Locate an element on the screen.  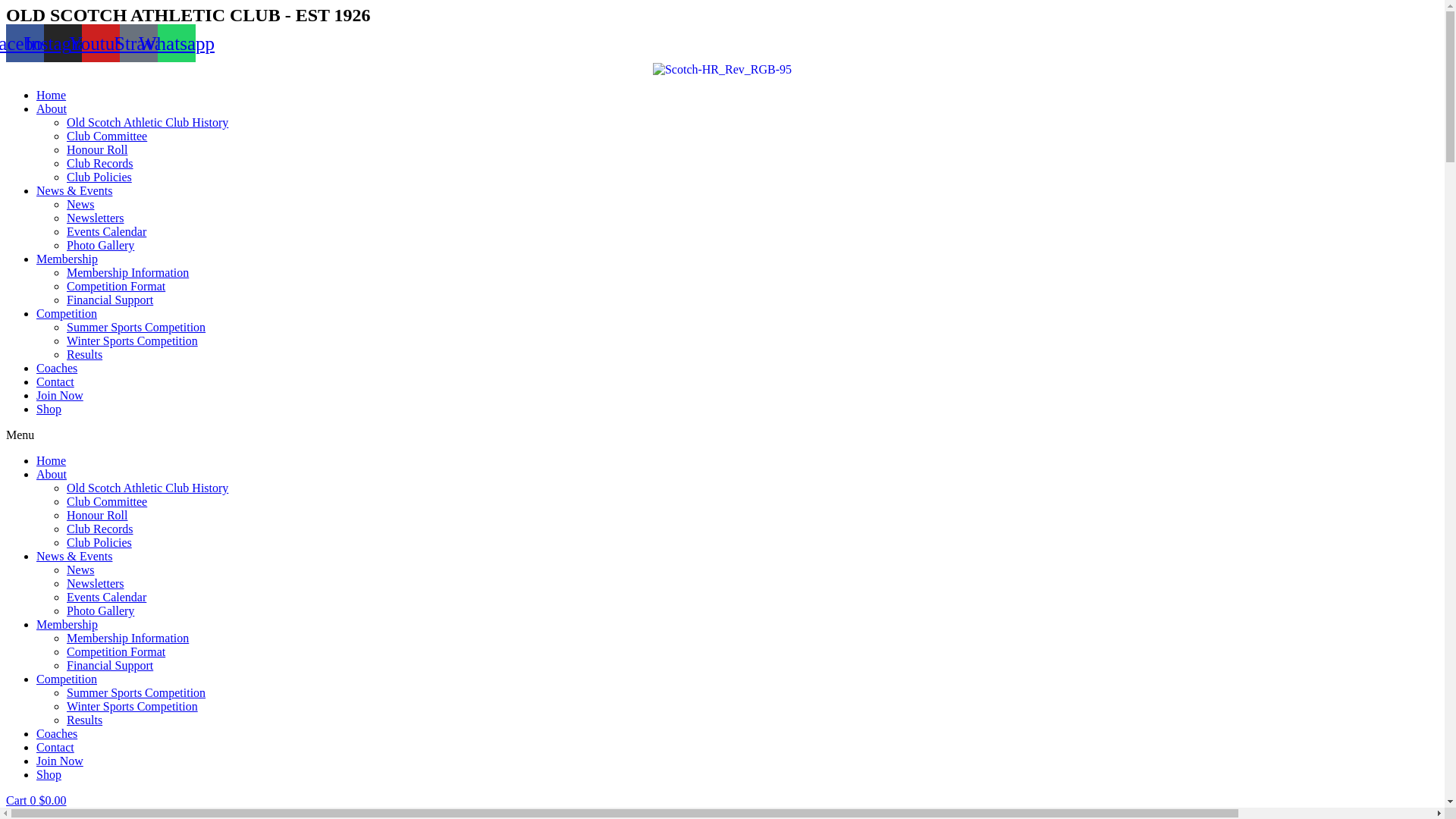
'Shop' is located at coordinates (36, 774).